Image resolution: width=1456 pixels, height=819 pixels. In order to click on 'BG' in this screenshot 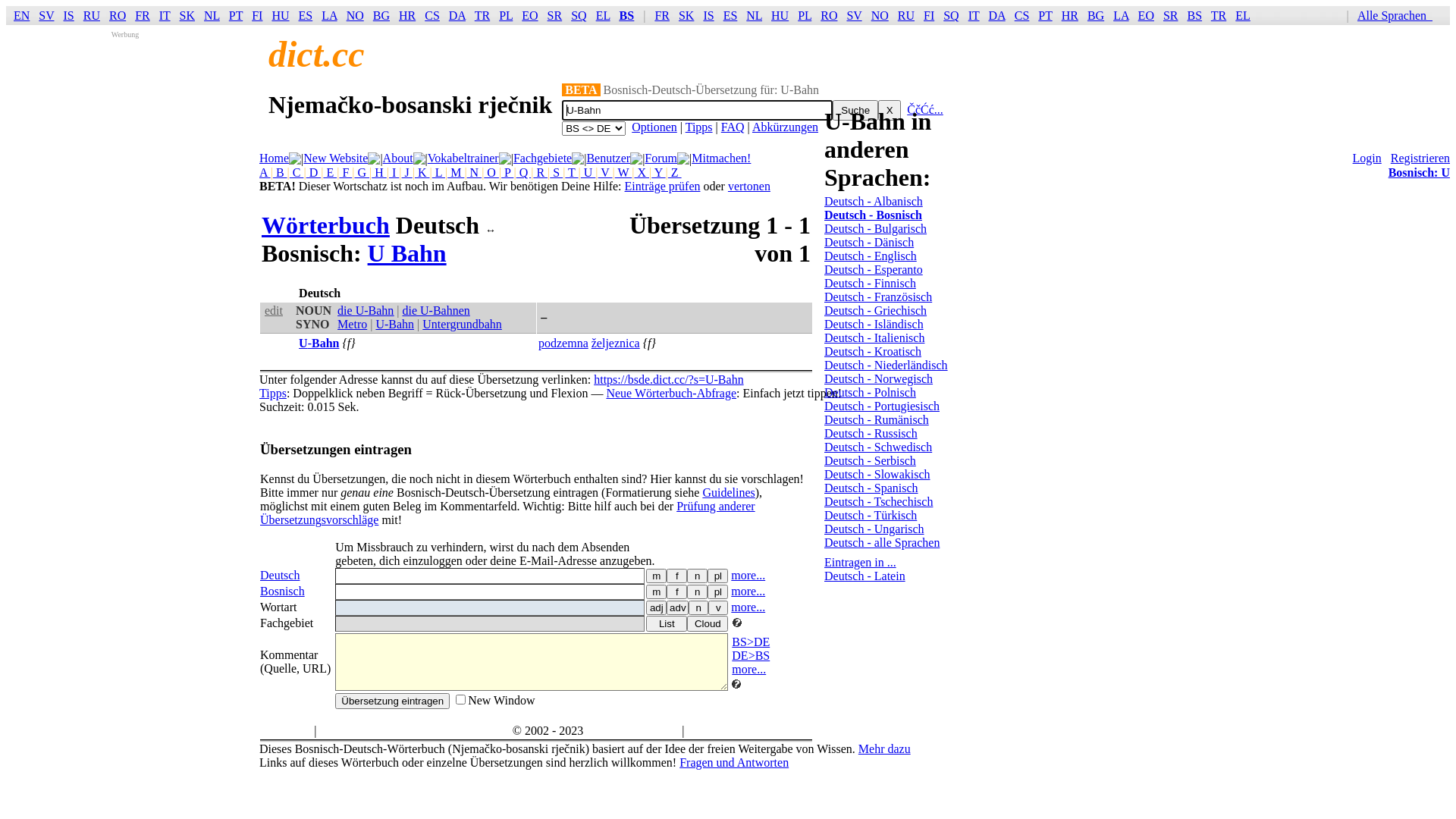, I will do `click(372, 15)`.